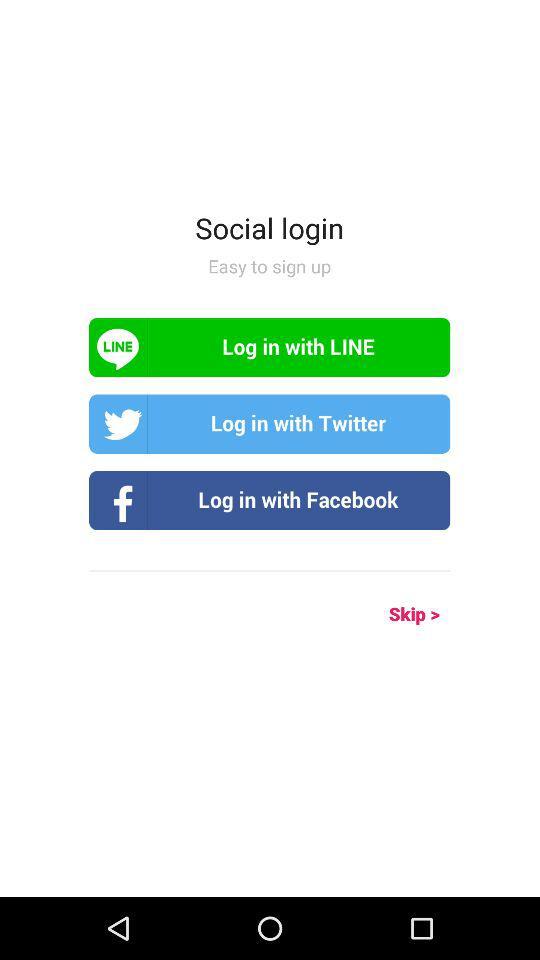 This screenshot has height=960, width=540. Describe the element at coordinates (269, 424) in the screenshot. I see `log into twitter` at that location.